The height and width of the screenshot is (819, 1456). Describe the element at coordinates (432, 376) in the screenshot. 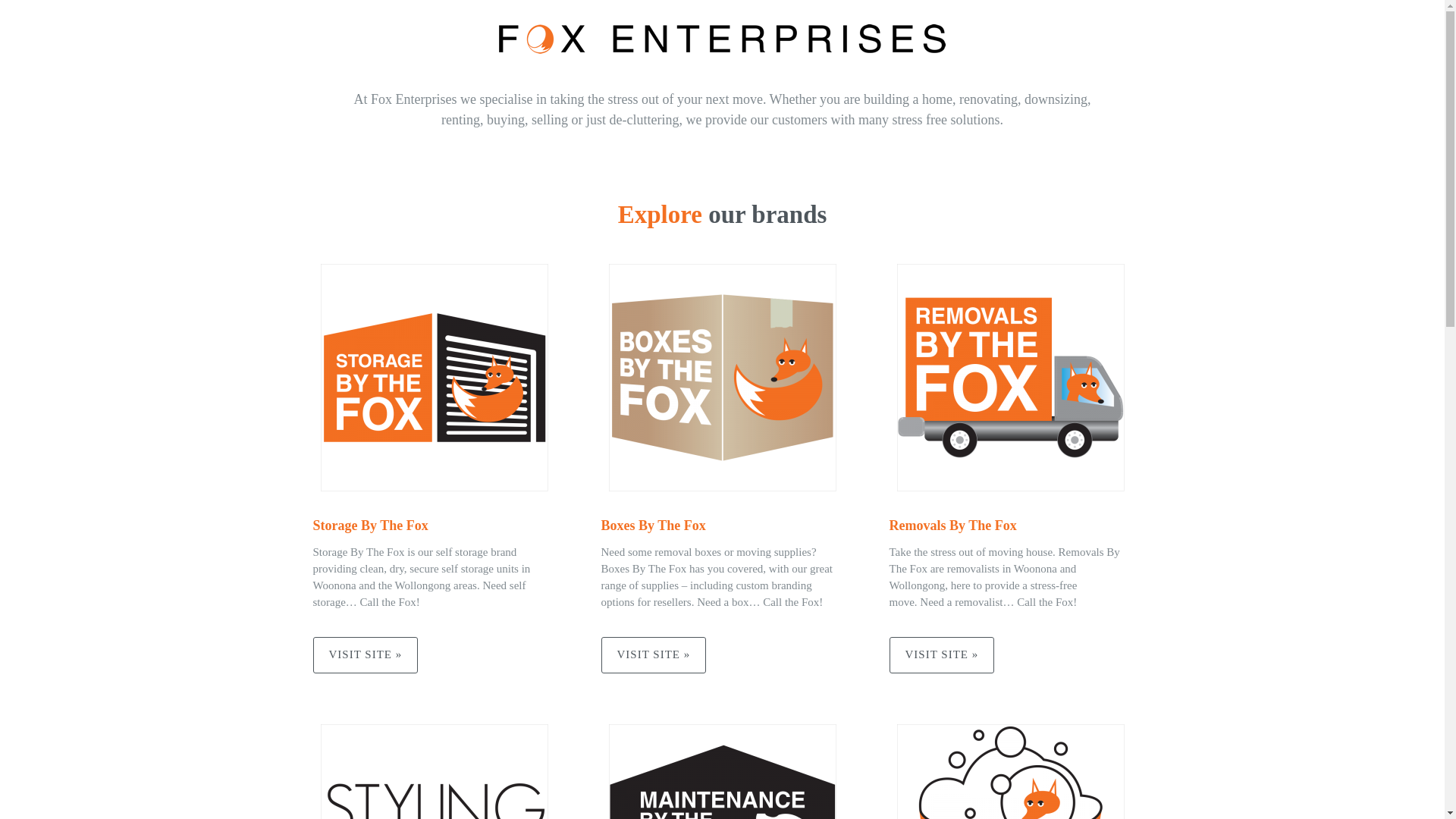

I see `'logo_storagebythefox'` at that location.